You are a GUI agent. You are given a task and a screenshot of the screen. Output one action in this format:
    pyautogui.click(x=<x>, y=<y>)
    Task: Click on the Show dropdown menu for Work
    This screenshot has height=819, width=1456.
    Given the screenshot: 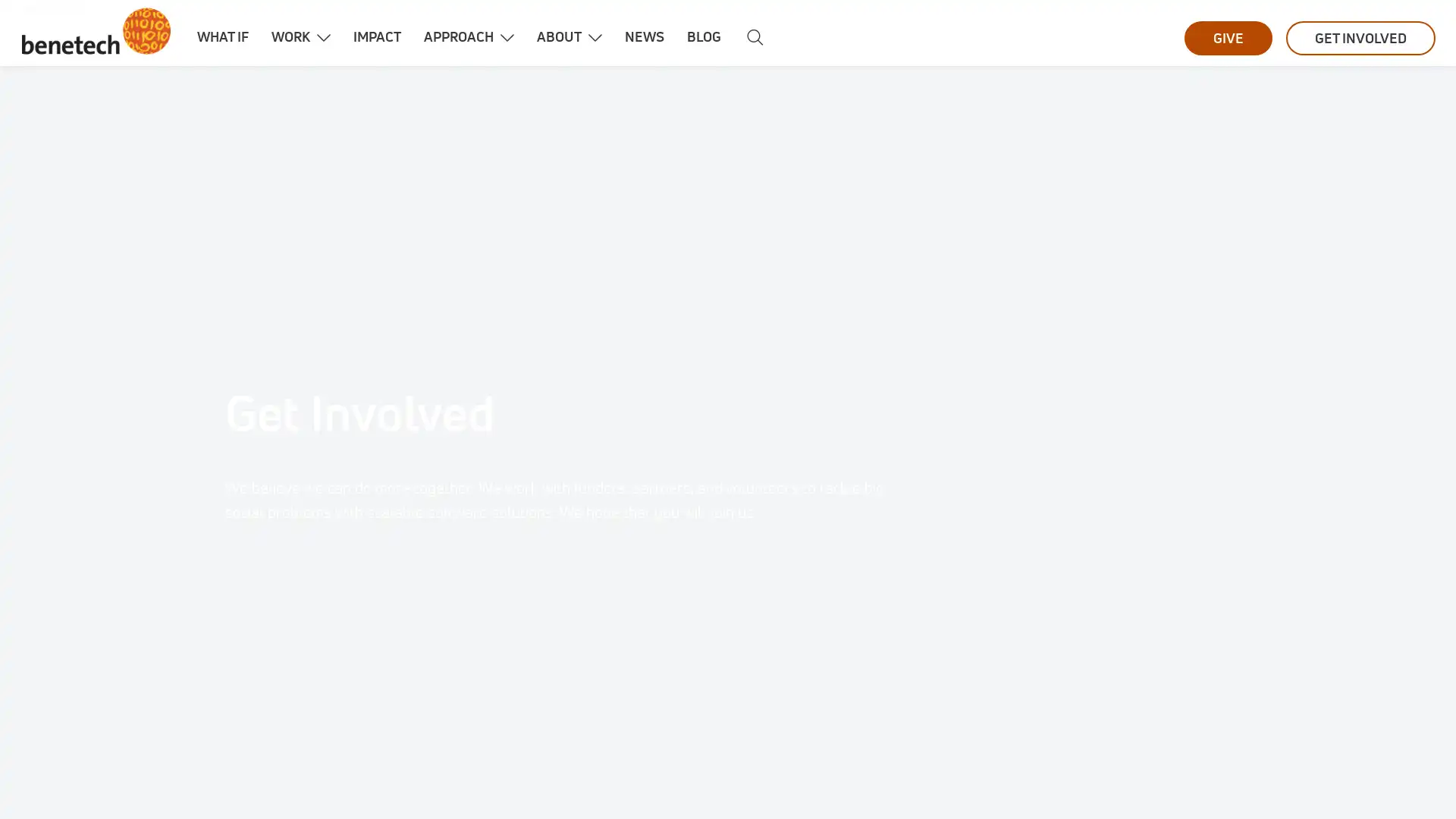 What is the action you would take?
    pyautogui.click(x=323, y=37)
    